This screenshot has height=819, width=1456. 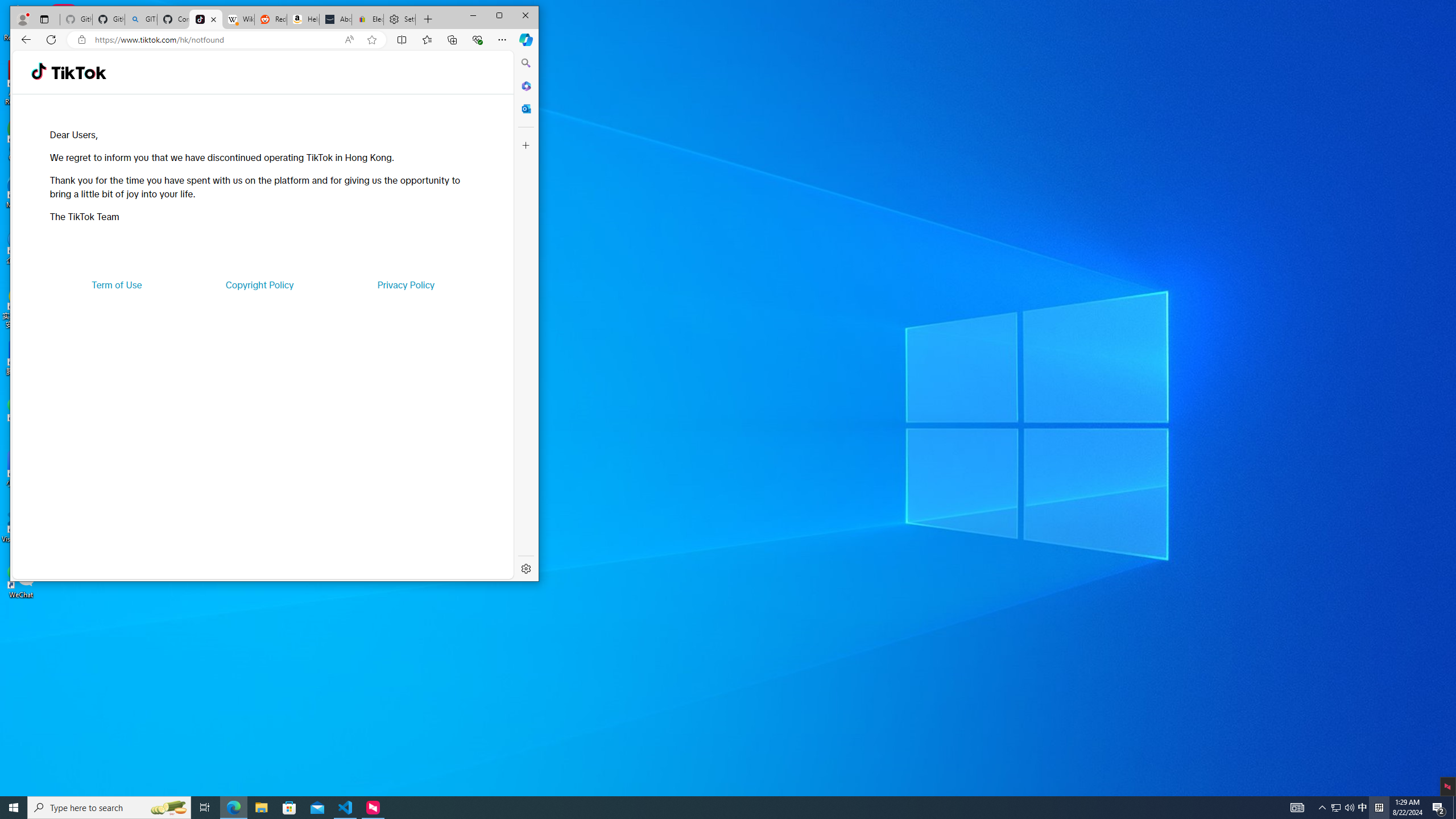 What do you see at coordinates (1349, 806) in the screenshot?
I see `'Q2790: 100%'` at bounding box center [1349, 806].